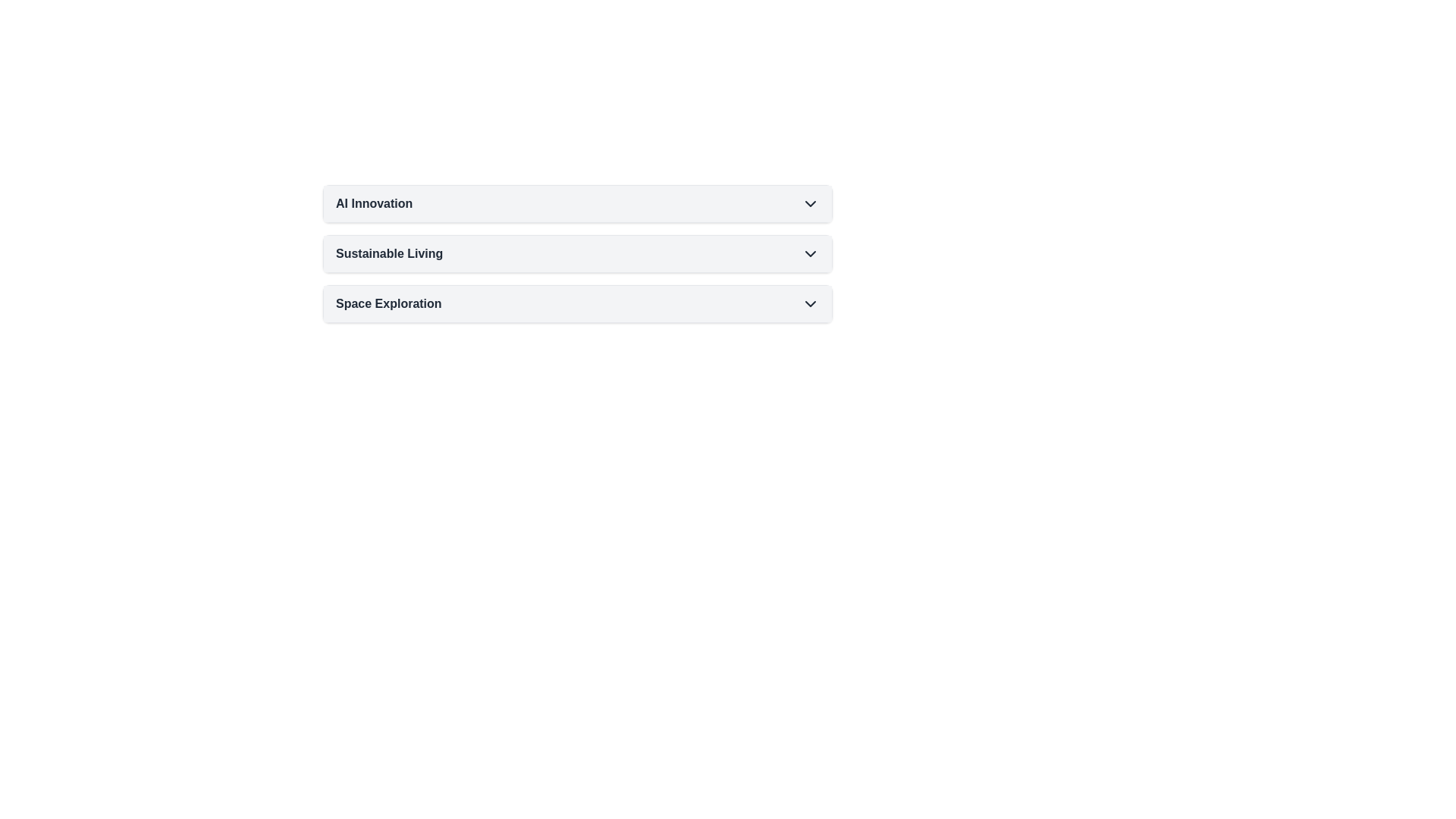  Describe the element at coordinates (577, 203) in the screenshot. I see `the Collapsible button located at the top of the vertically stacked group, which is used` at that location.